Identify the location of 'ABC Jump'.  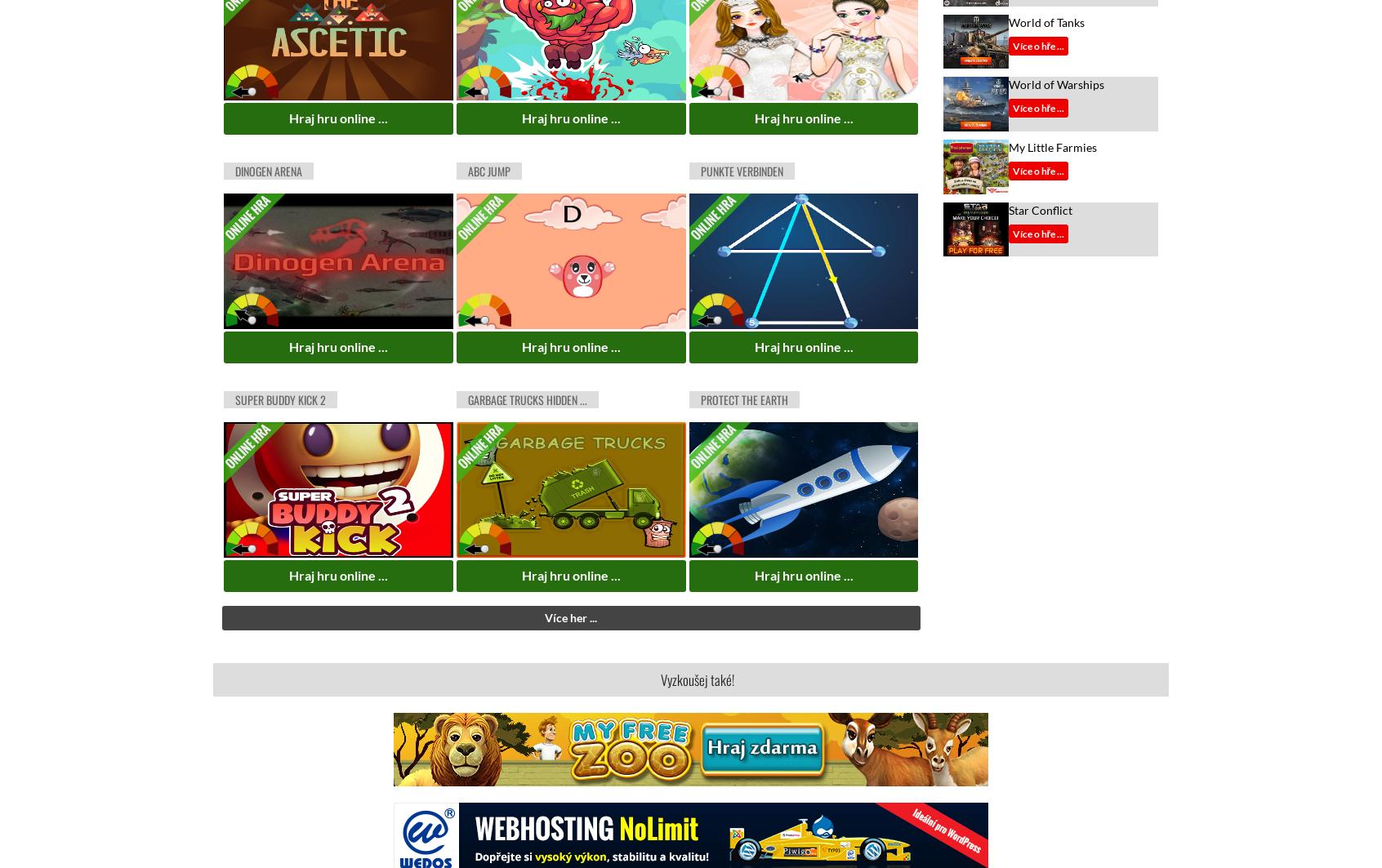
(487, 171).